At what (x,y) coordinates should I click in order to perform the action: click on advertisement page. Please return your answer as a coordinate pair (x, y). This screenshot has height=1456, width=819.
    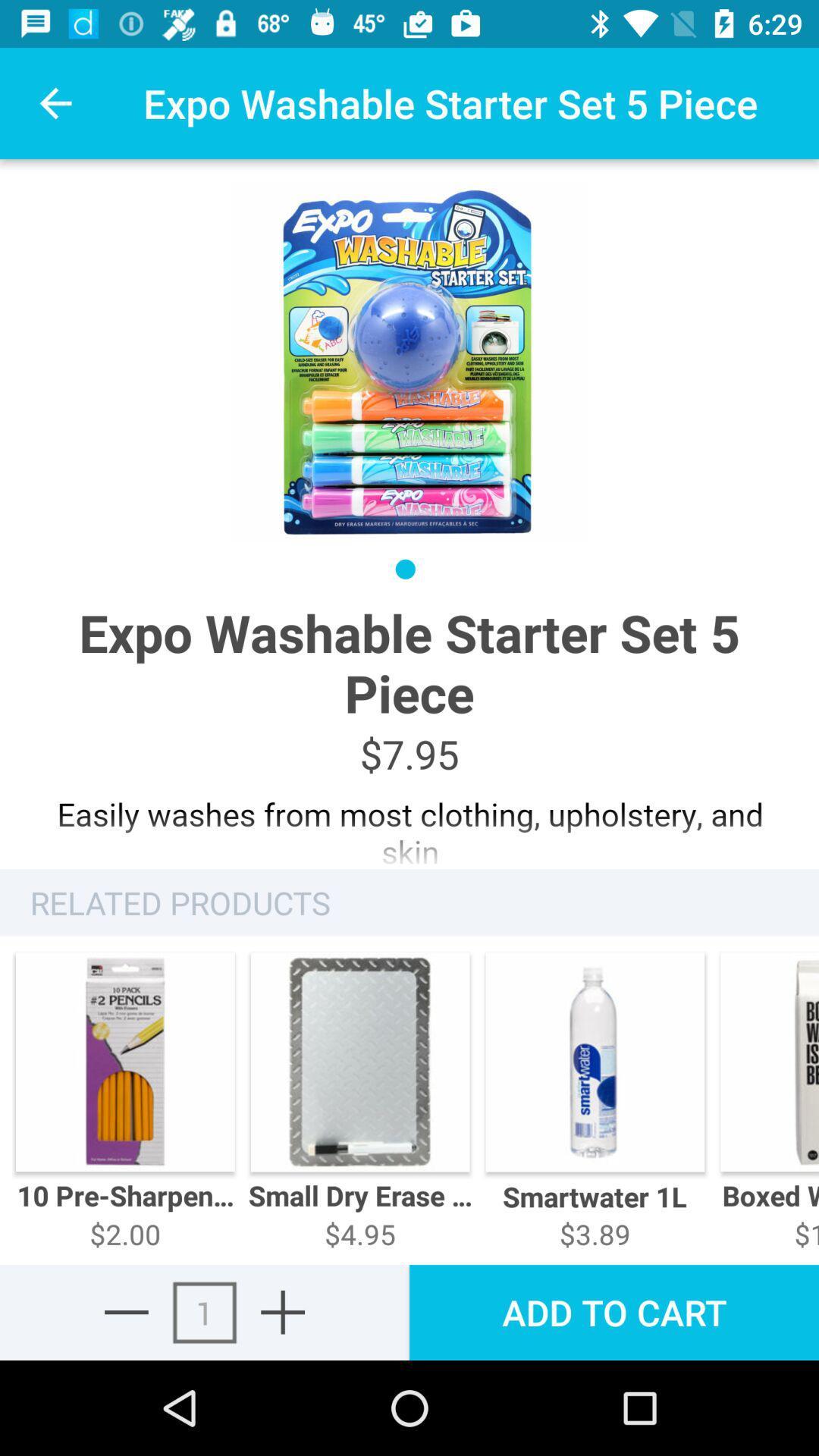
    Looking at the image, I should click on (409, 824).